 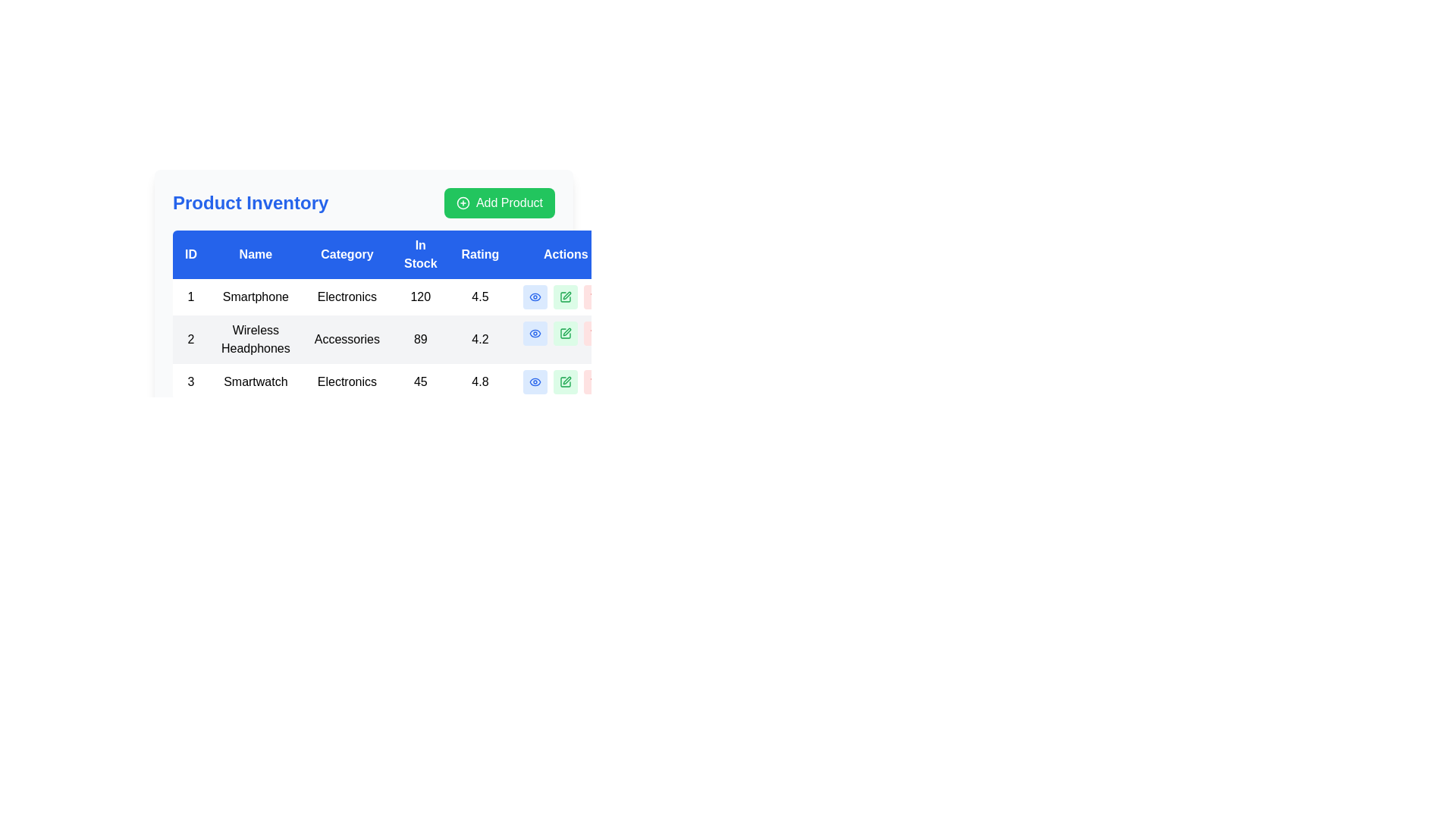 What do you see at coordinates (346, 253) in the screenshot?
I see `text content of the 'Category' column header in the table, which is the third column header located at the center of the header row` at bounding box center [346, 253].